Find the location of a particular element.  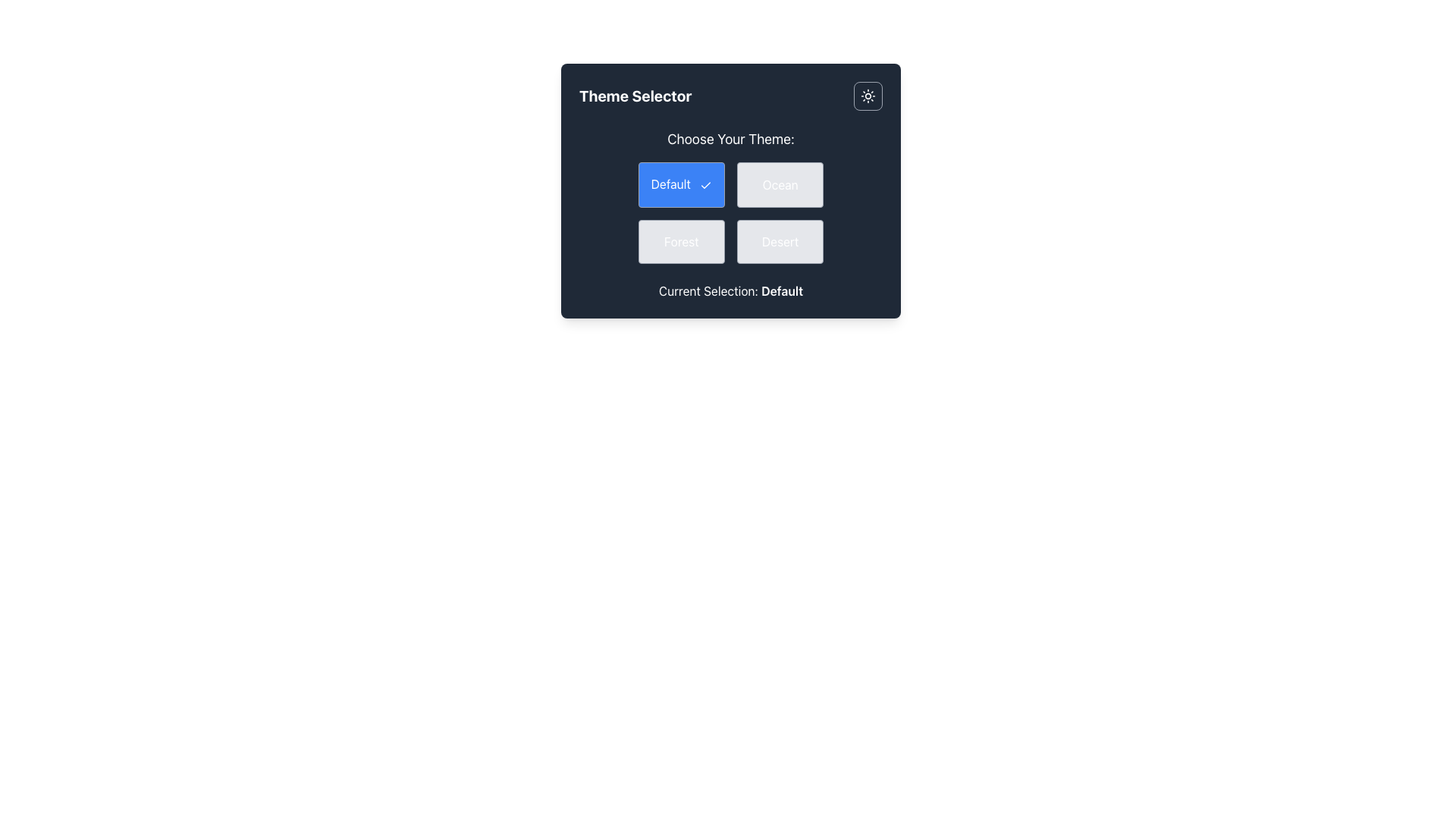

the static text element that displays 'Default', which is visually emphasized as the current choice in the sentence 'Current Selection: Default' is located at coordinates (782, 290).